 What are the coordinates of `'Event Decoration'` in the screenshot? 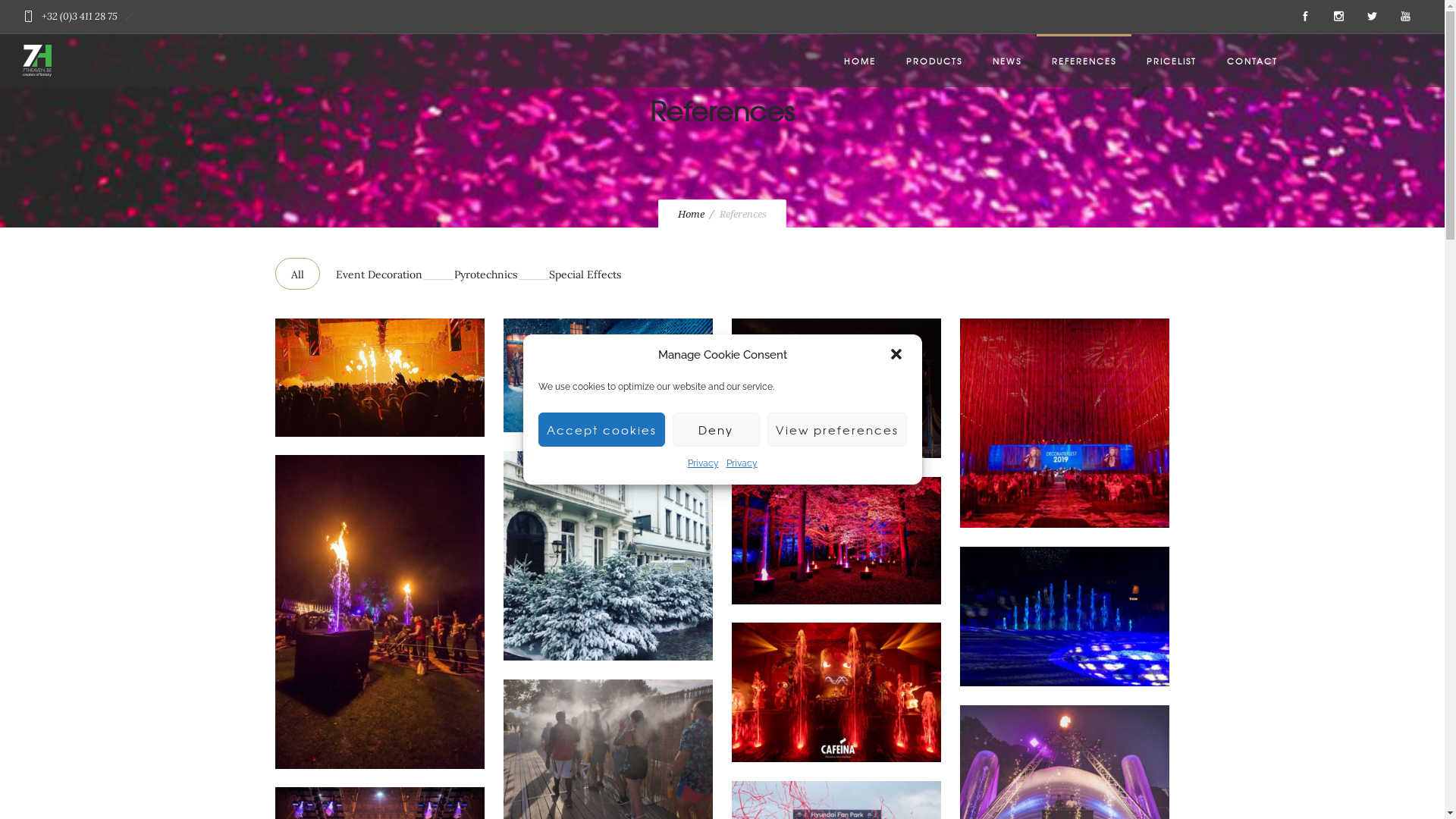 It's located at (378, 274).